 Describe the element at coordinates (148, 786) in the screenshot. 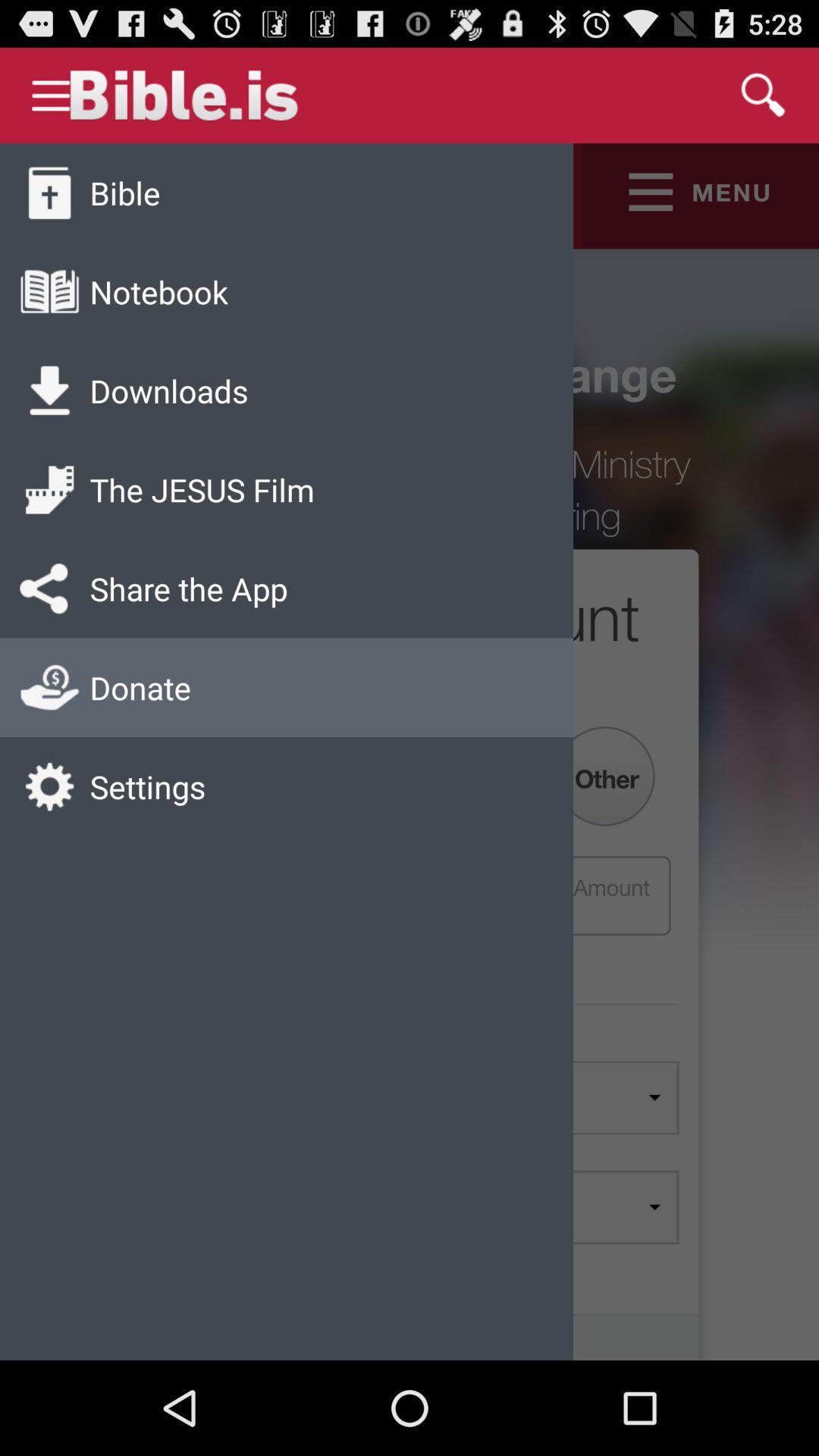

I see `the settings icon` at that location.